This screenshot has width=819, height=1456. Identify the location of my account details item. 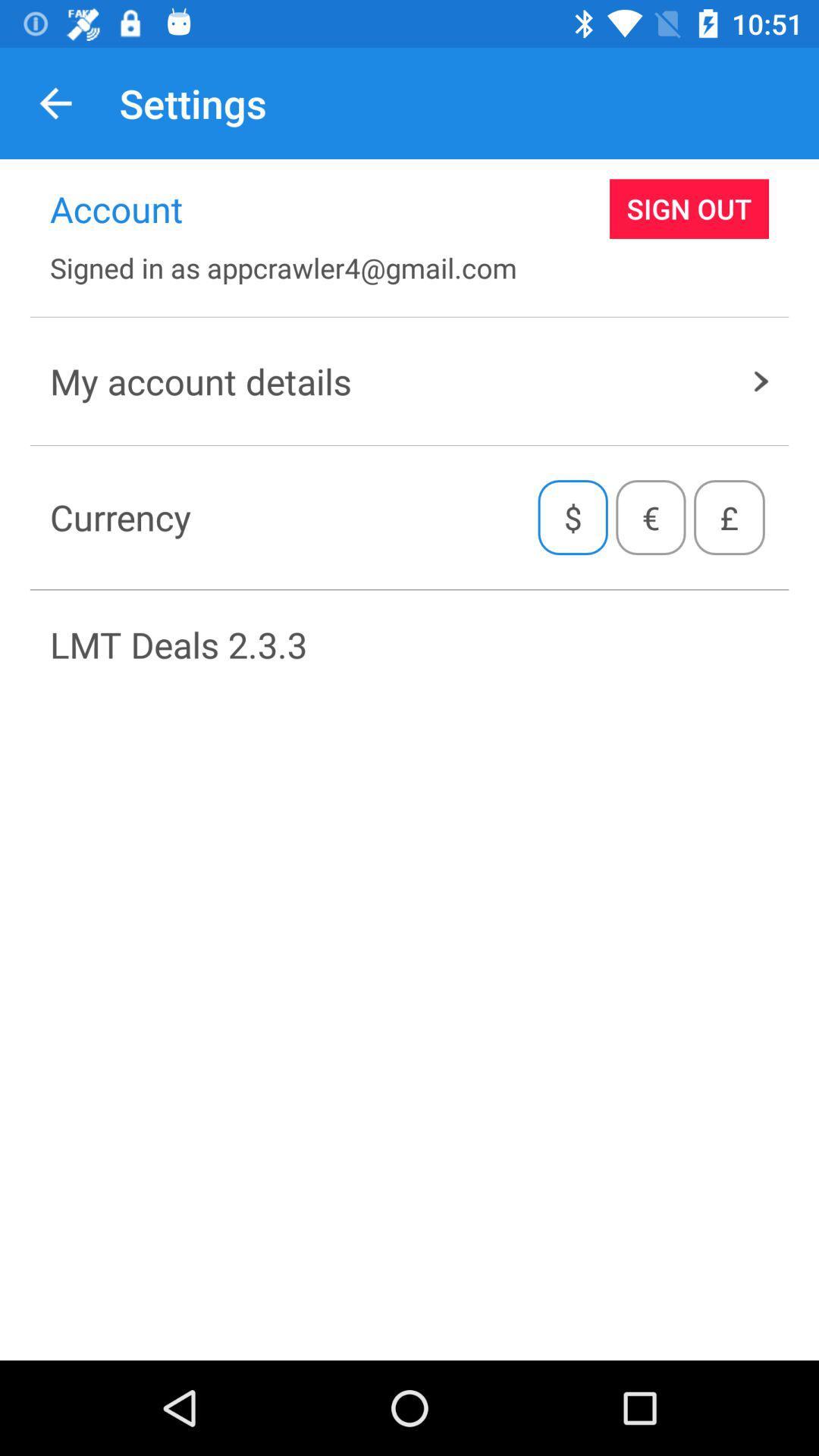
(409, 381).